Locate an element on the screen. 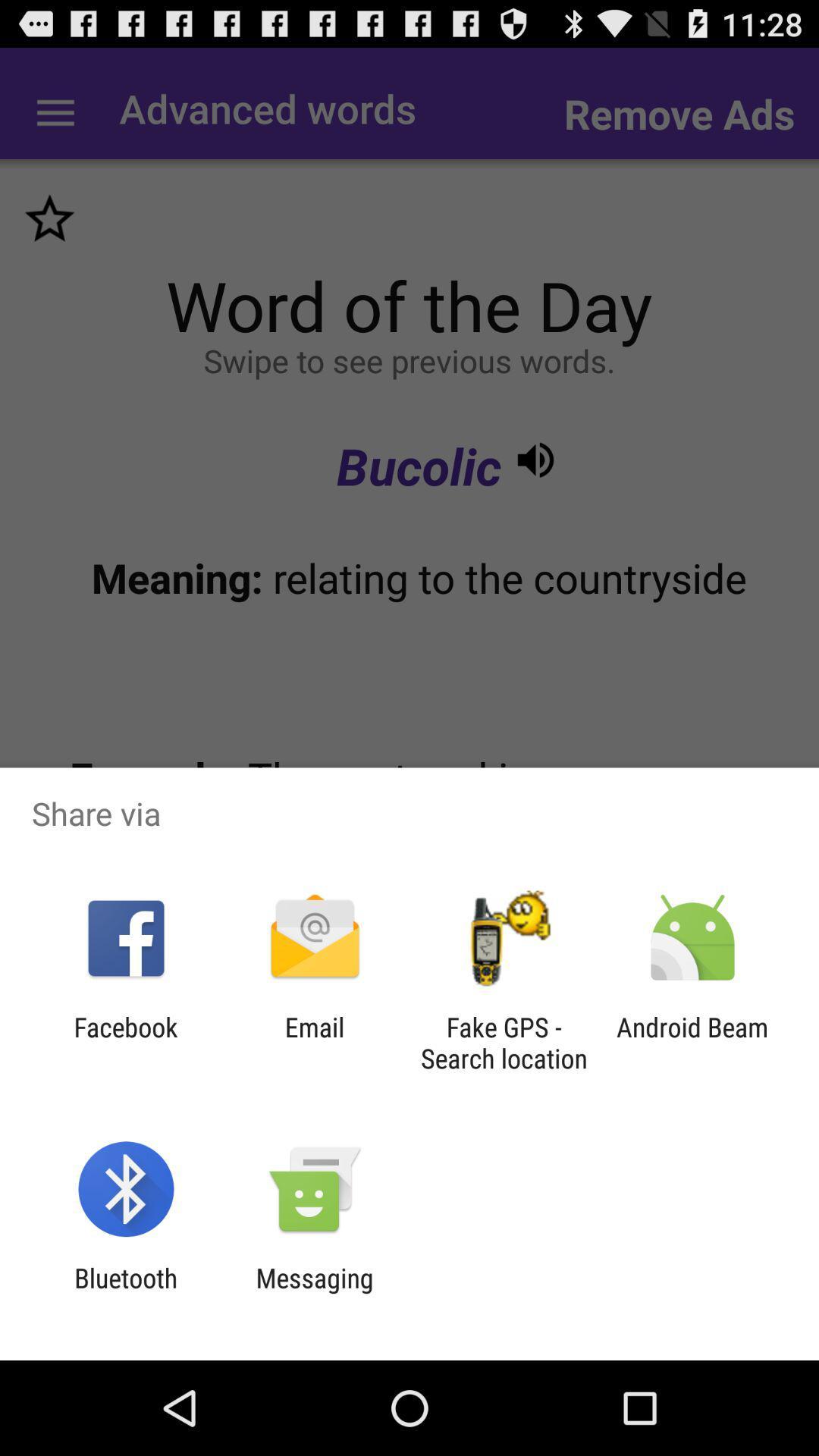  messaging is located at coordinates (314, 1293).